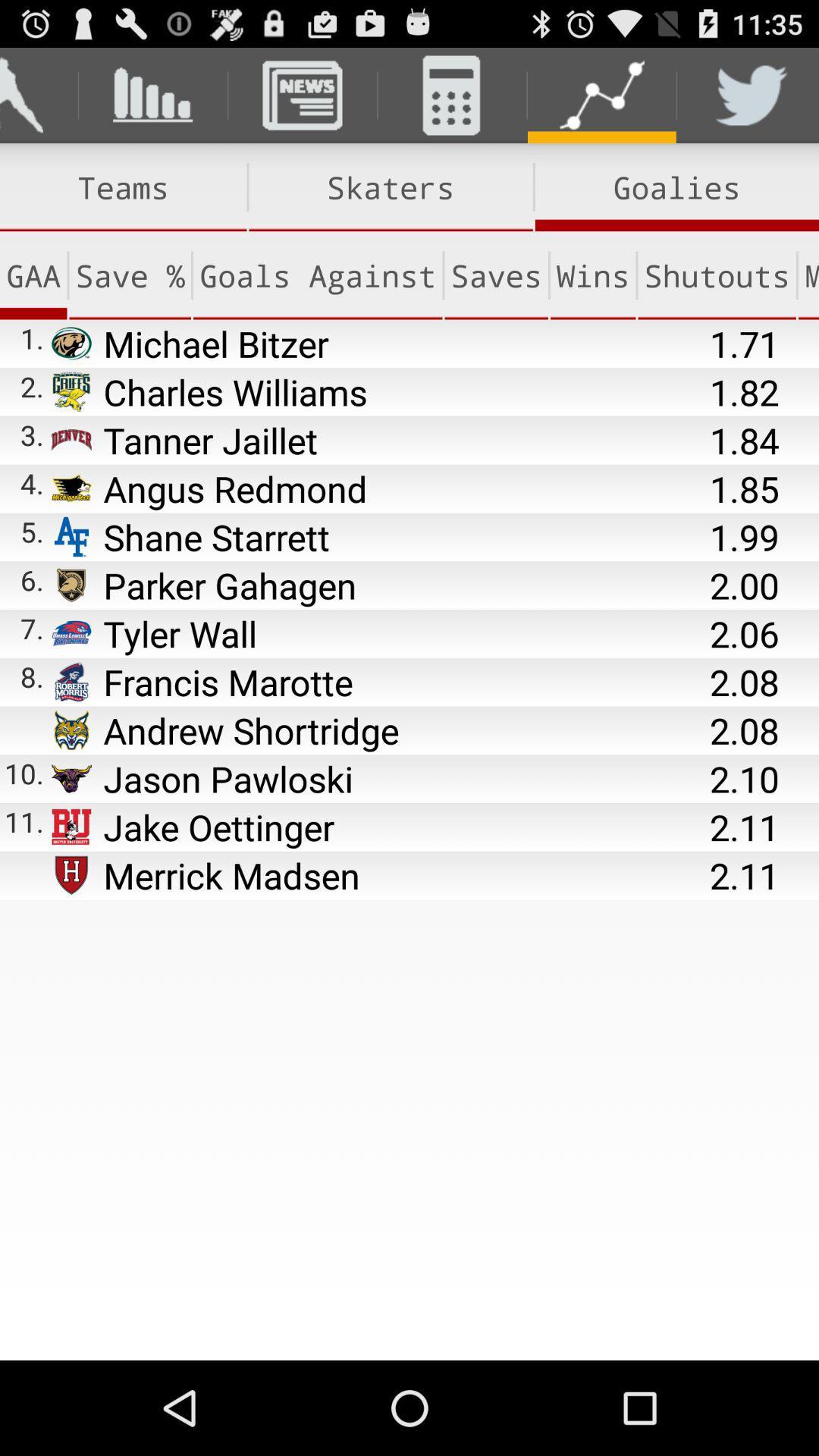 Image resolution: width=819 pixels, height=1456 pixels. I want to click on the item to the right of the teams icon, so click(390, 187).